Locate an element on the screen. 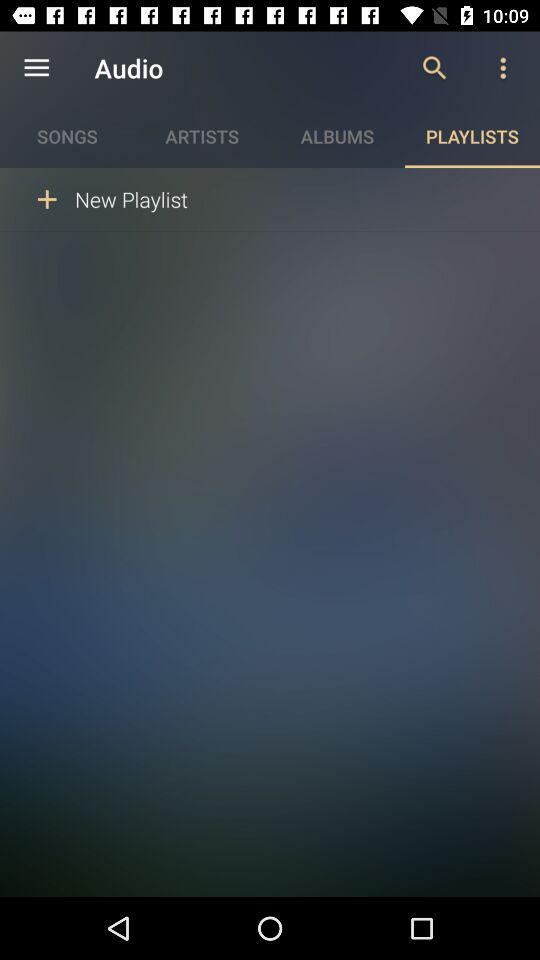 The width and height of the screenshot is (540, 960). icon next to audio item is located at coordinates (434, 68).